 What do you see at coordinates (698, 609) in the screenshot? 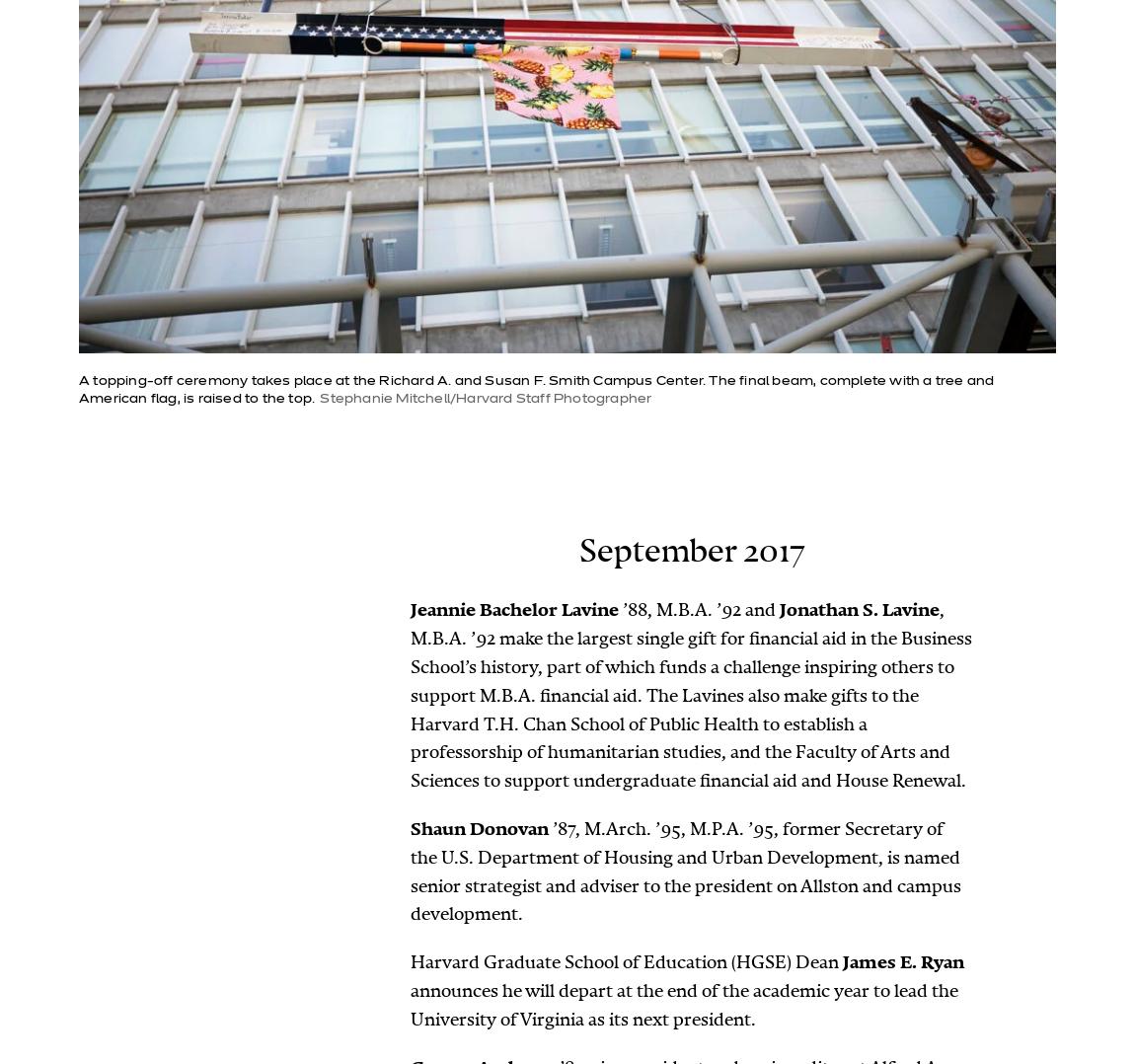
I see `'’88, M.B.A. ’92 and'` at bounding box center [698, 609].